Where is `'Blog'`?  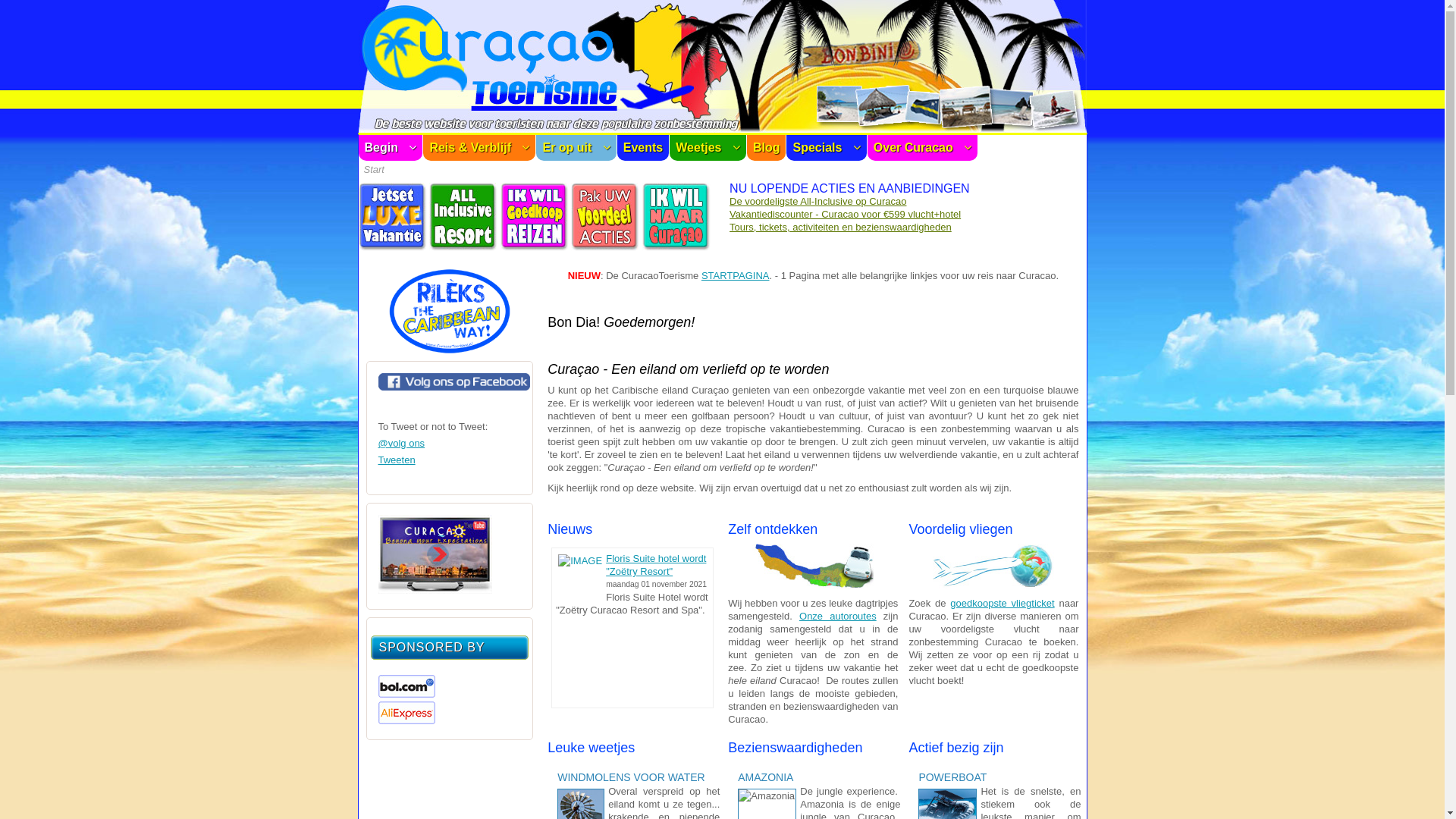 'Blog' is located at coordinates (767, 148).